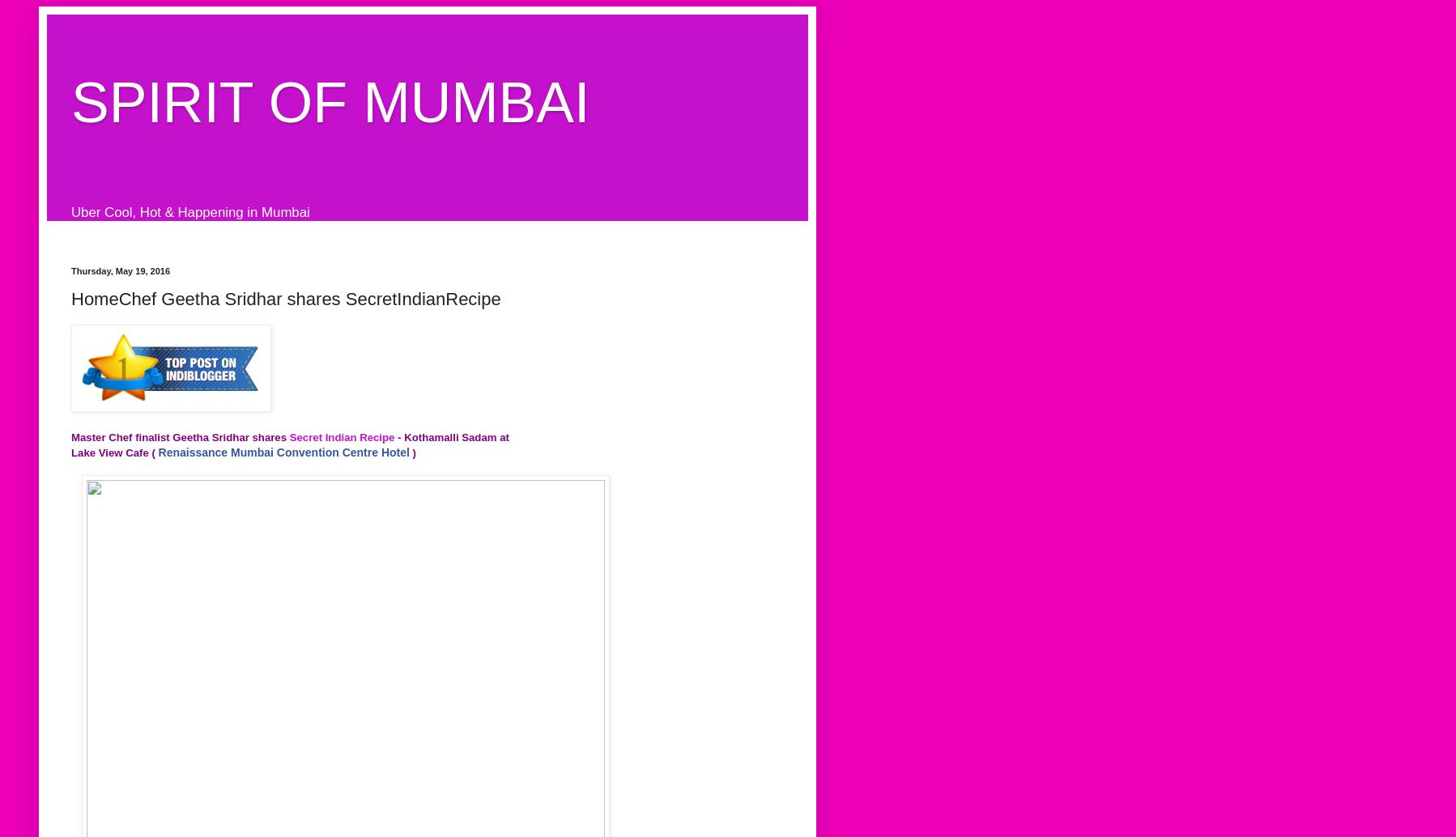 The image size is (1456, 837). I want to click on 'Uber Cool, Hot & Happening in Mumbai', so click(189, 210).